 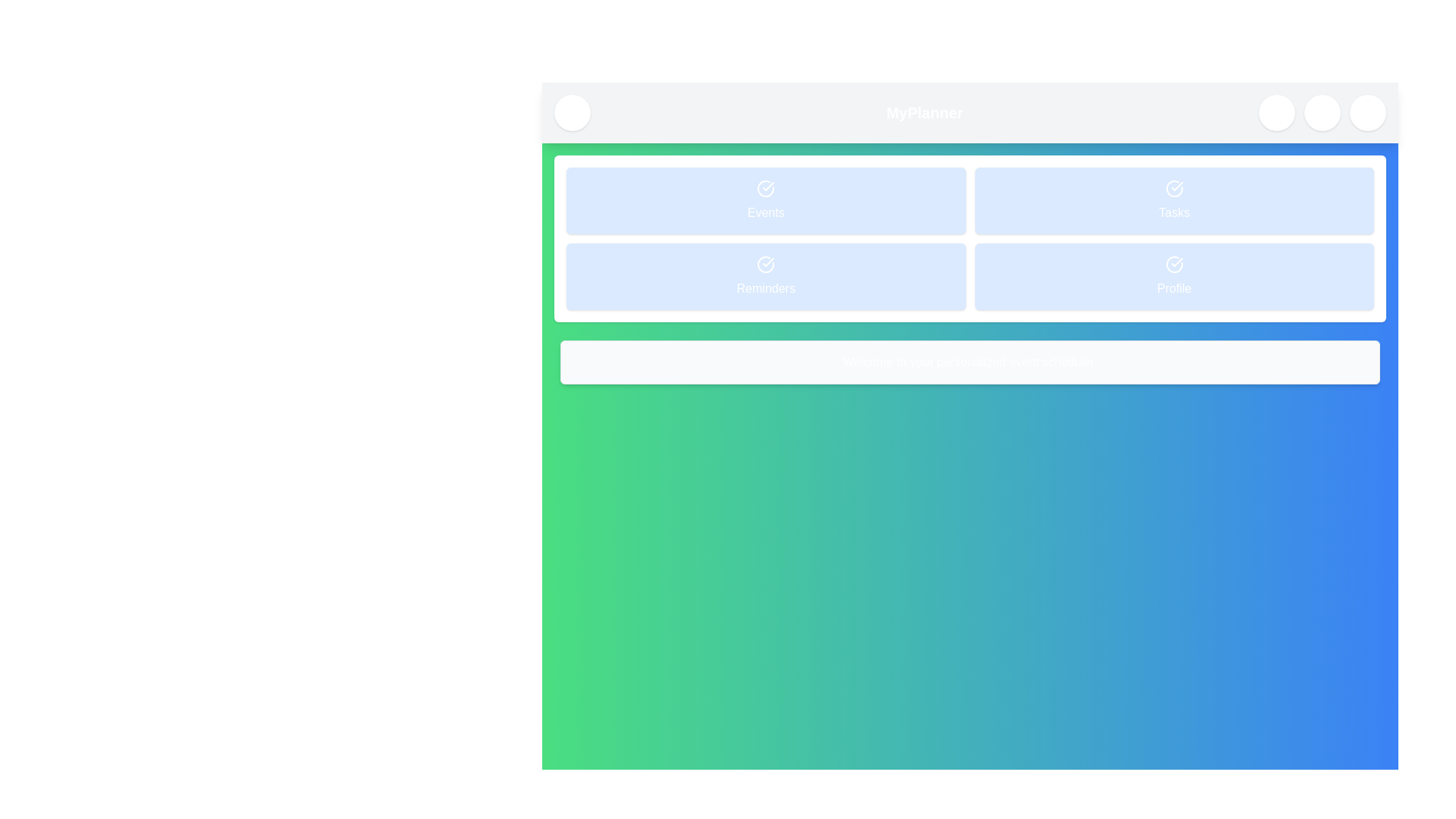 What do you see at coordinates (766, 277) in the screenshot?
I see `the 'Reminders' button to navigate to the Reminders section` at bounding box center [766, 277].